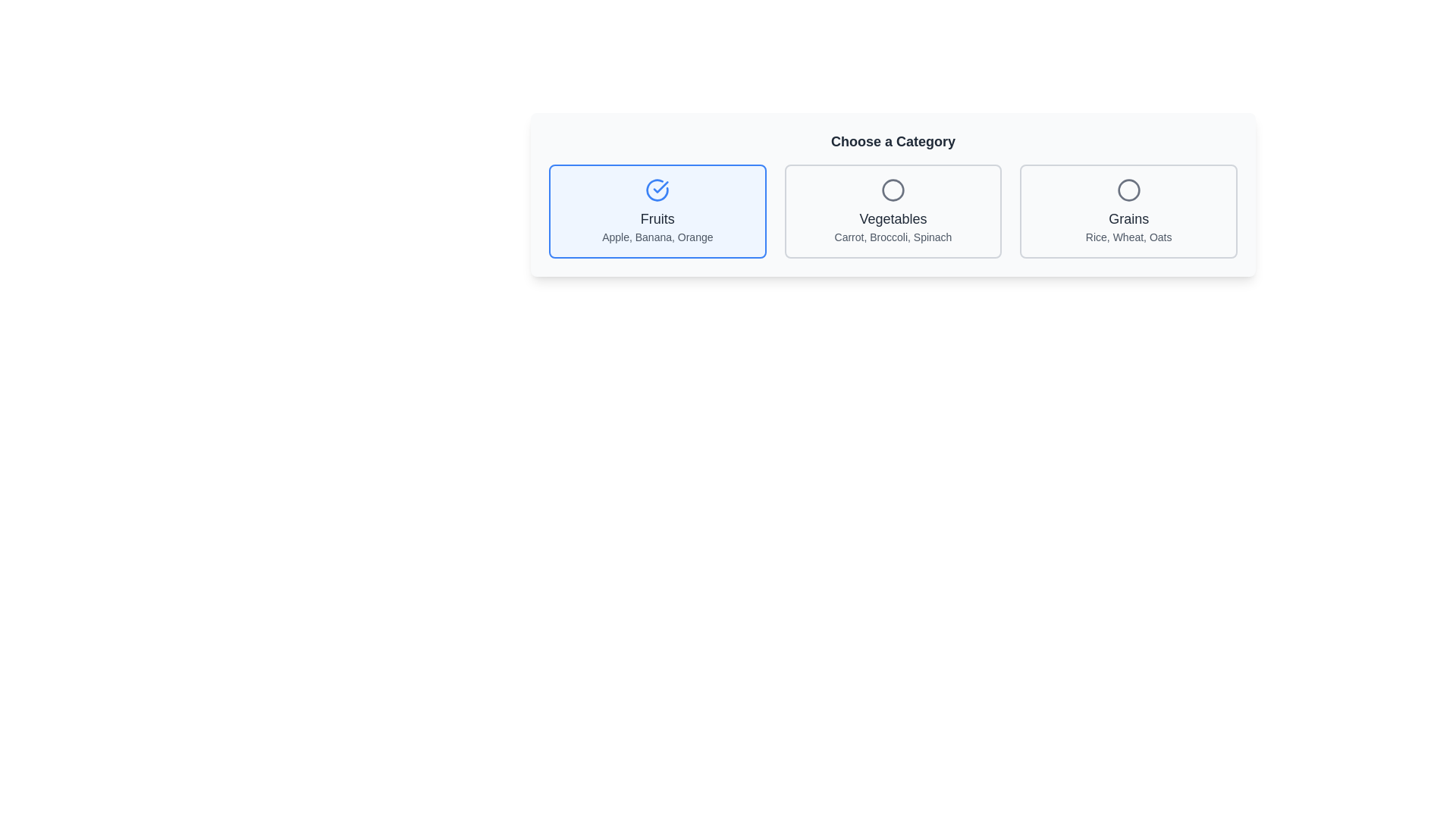 The height and width of the screenshot is (819, 1456). I want to click on the 'Vegetables' category selection card, which is the middle card in the row under 'Choose a Category', to observe any hover effects, so click(893, 194).